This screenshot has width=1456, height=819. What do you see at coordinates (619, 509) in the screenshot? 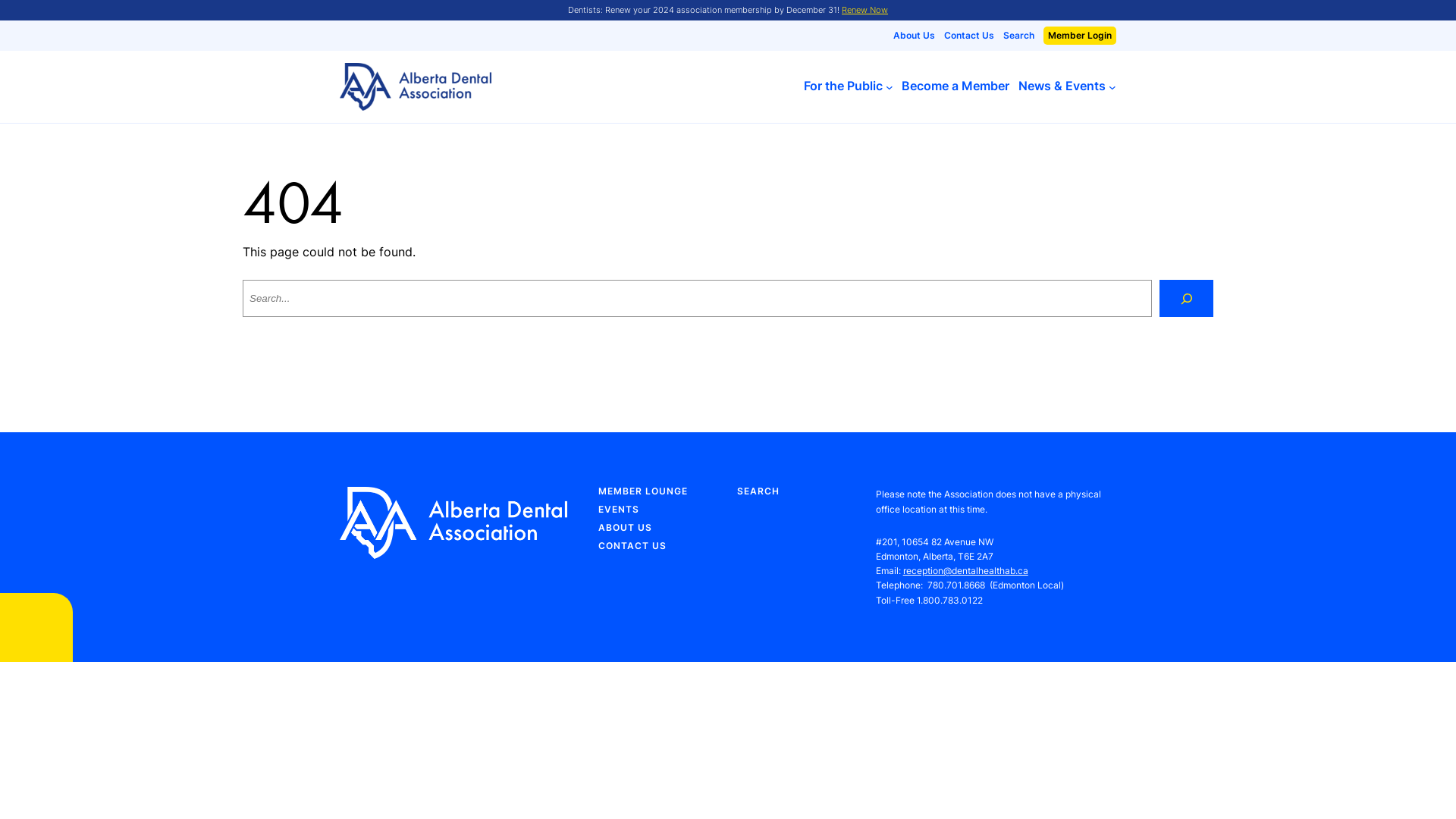
I see `'EVENTS'` at bounding box center [619, 509].